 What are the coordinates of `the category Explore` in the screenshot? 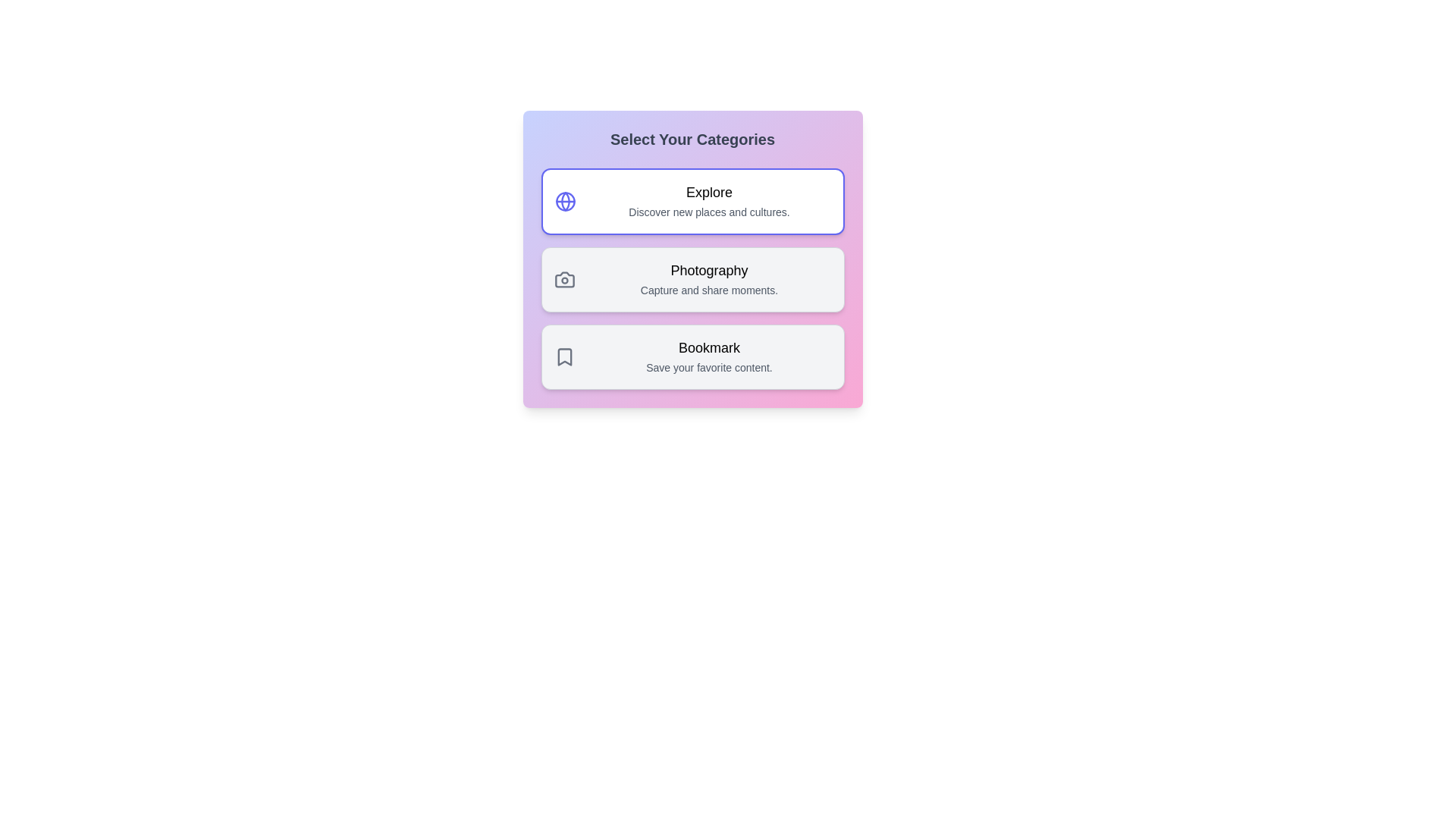 It's located at (692, 201).